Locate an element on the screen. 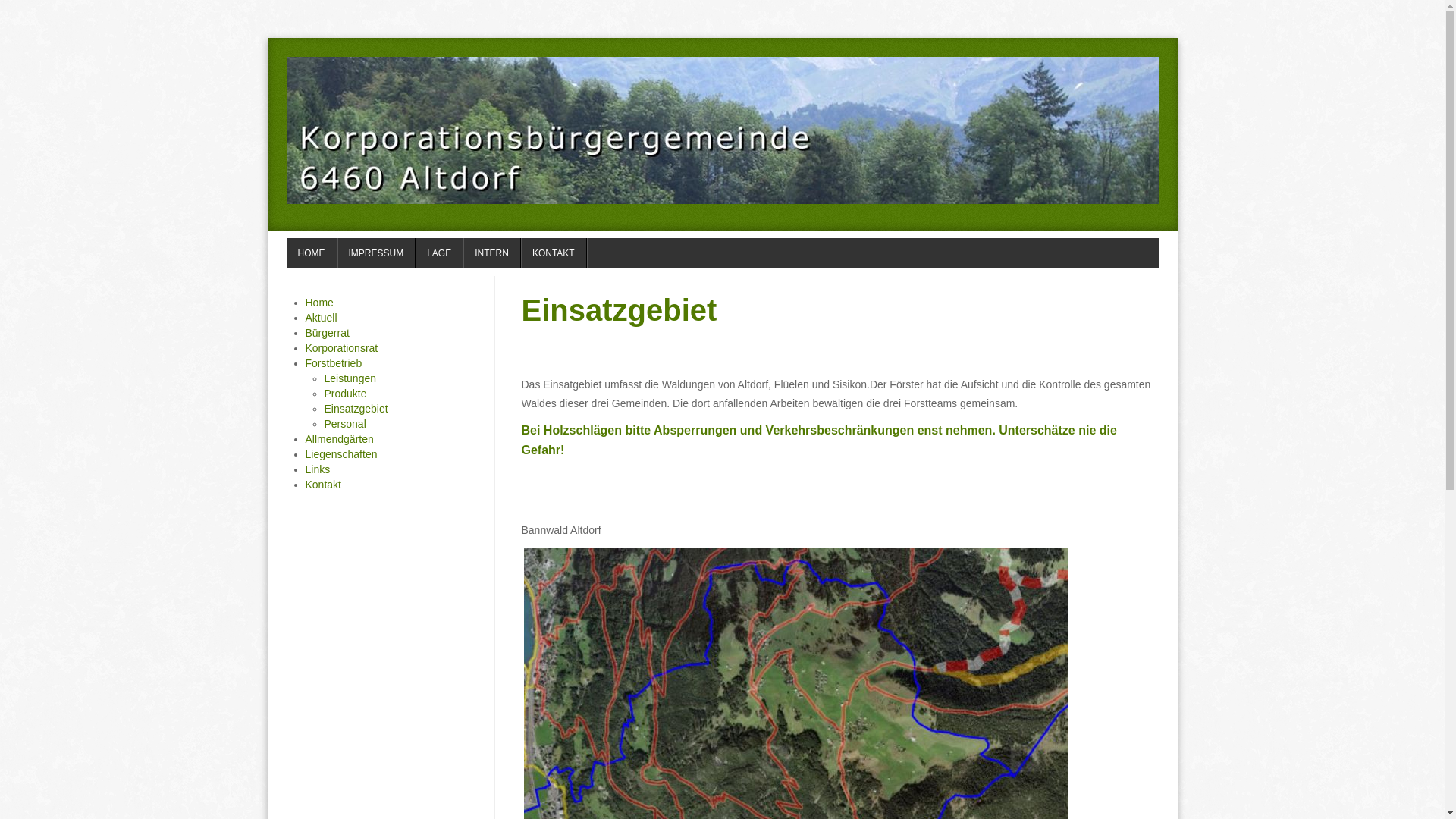 This screenshot has height=819, width=1456. 'Home' is located at coordinates (318, 302).